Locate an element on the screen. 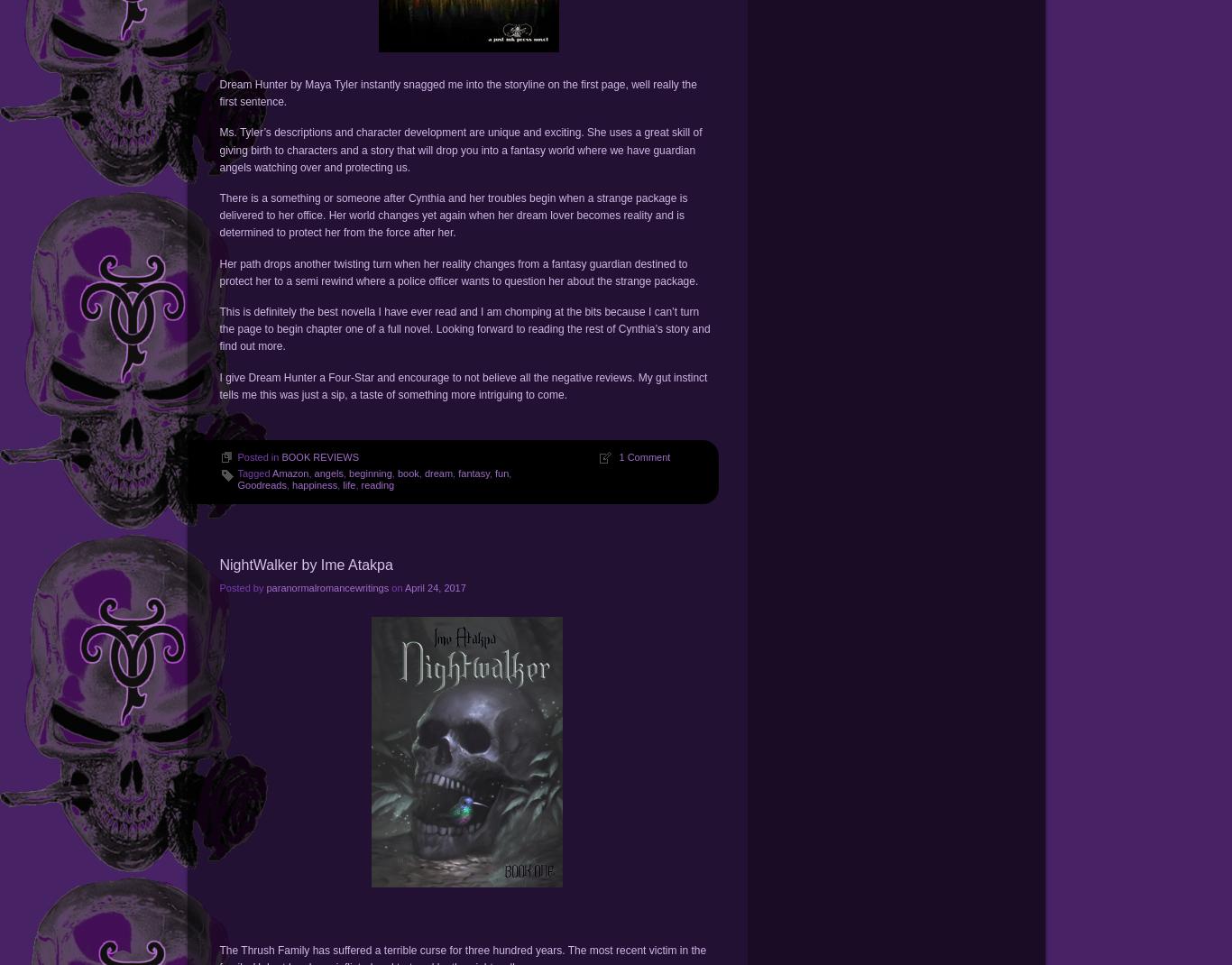 Image resolution: width=1232 pixels, height=965 pixels. 'Posted by' is located at coordinates (242, 586).